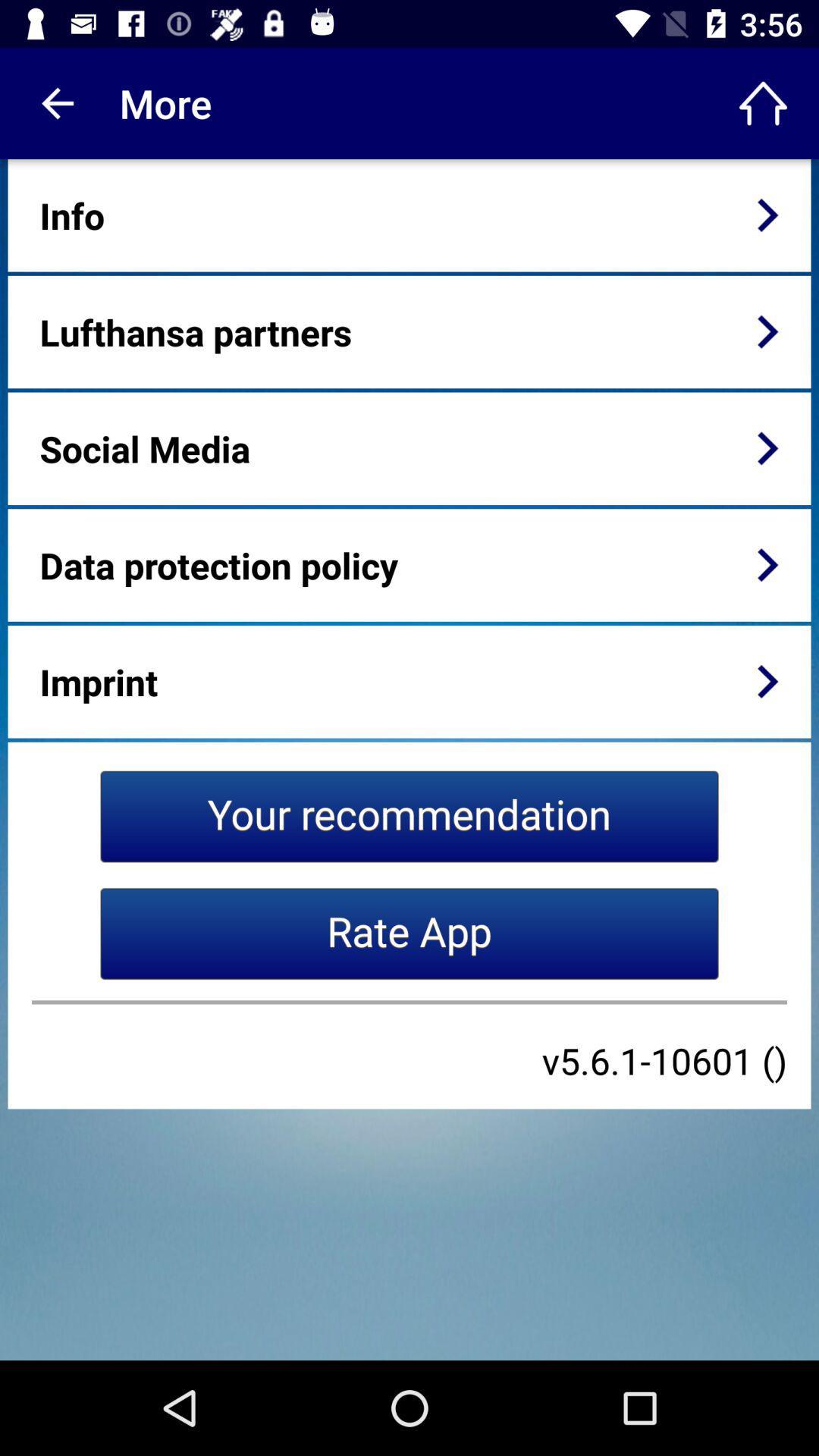  What do you see at coordinates (763, 102) in the screenshot?
I see `icon to the right of the more icon` at bounding box center [763, 102].